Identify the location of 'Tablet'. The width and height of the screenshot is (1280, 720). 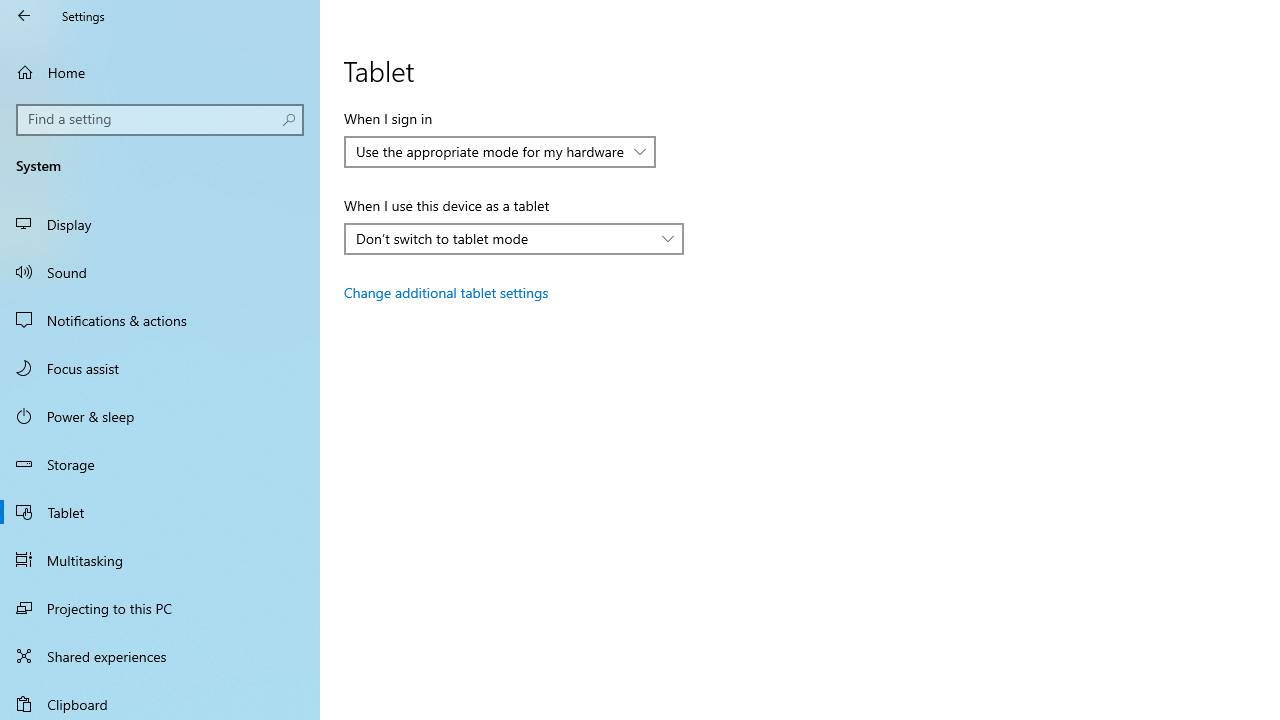
(160, 510).